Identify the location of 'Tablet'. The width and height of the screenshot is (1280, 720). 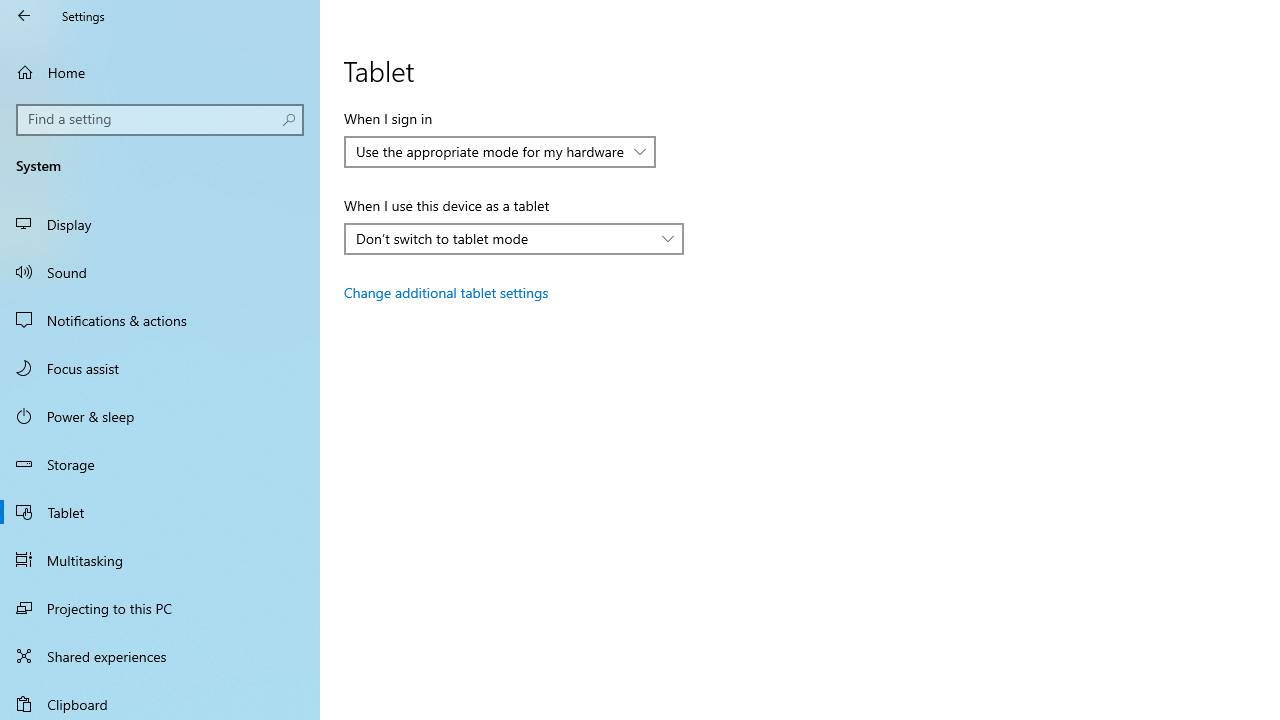
(160, 510).